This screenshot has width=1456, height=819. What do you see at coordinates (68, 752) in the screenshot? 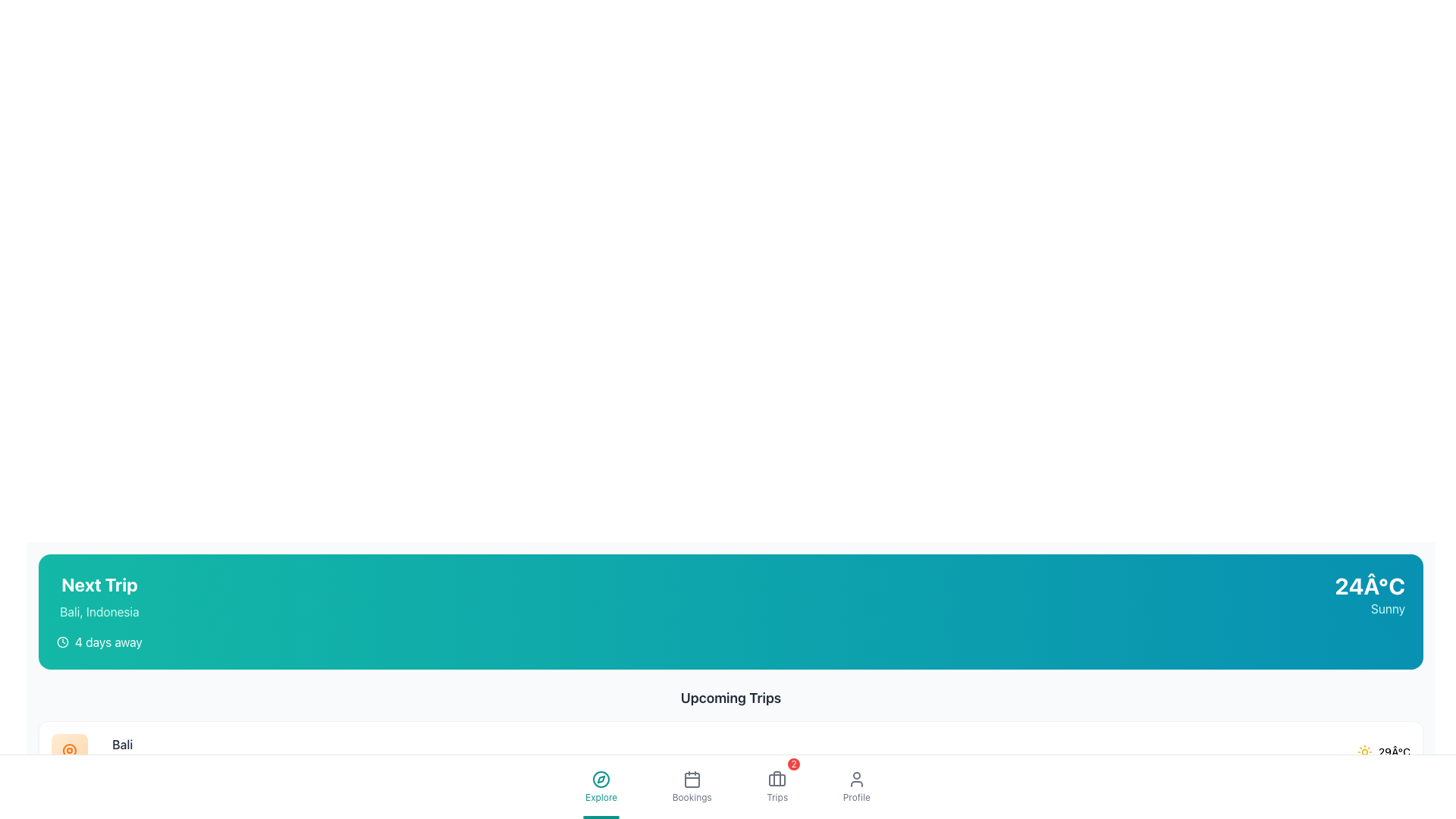
I see `the decorative orange pin icon located at the top-left corner of the main list of trips, representing 'Bali'` at bounding box center [68, 752].